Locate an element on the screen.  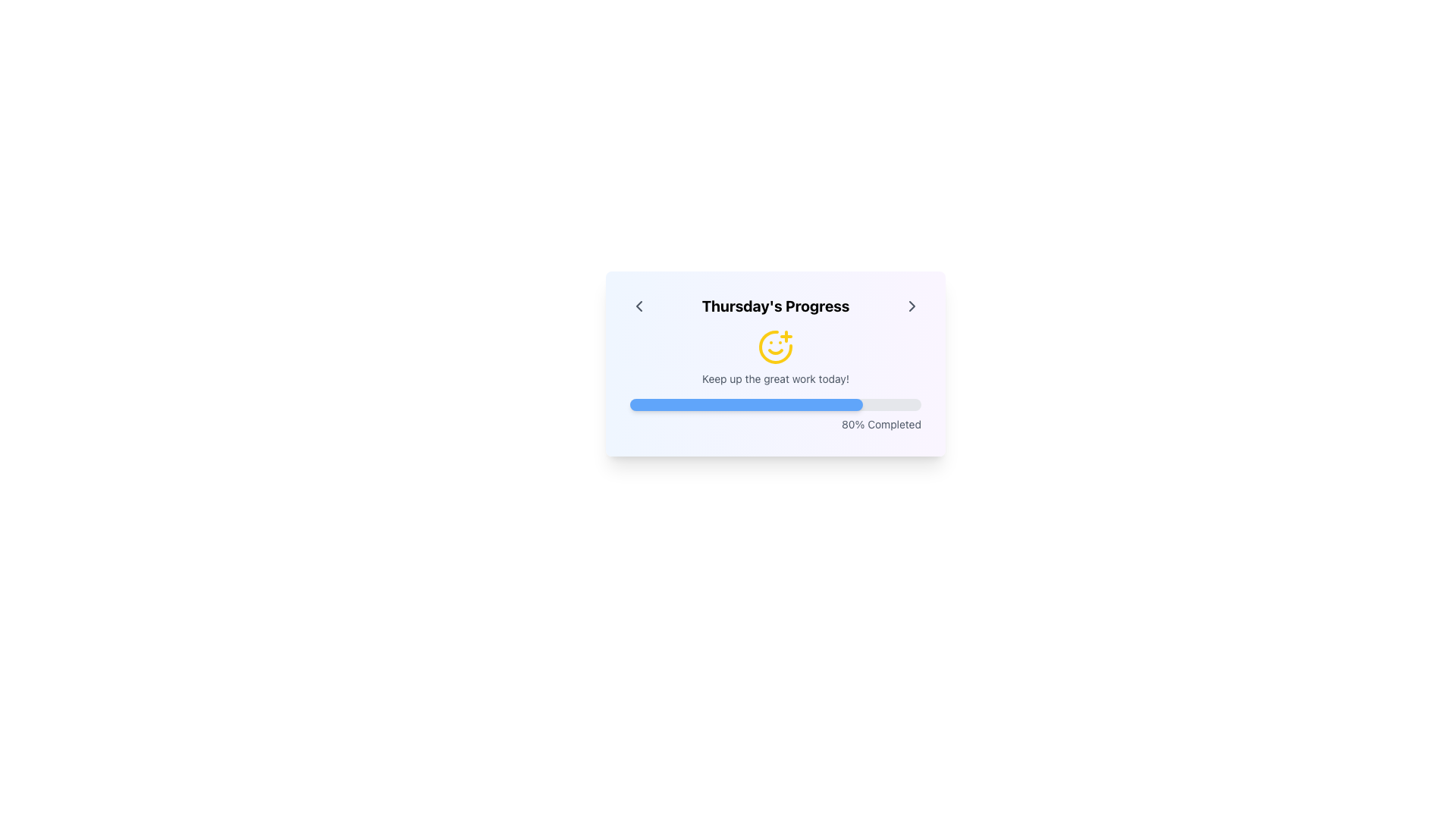
the blue horizontal progress indicator that is partially filled within a larger gray bar, located slightly below the center of the card interface is located at coordinates (746, 403).